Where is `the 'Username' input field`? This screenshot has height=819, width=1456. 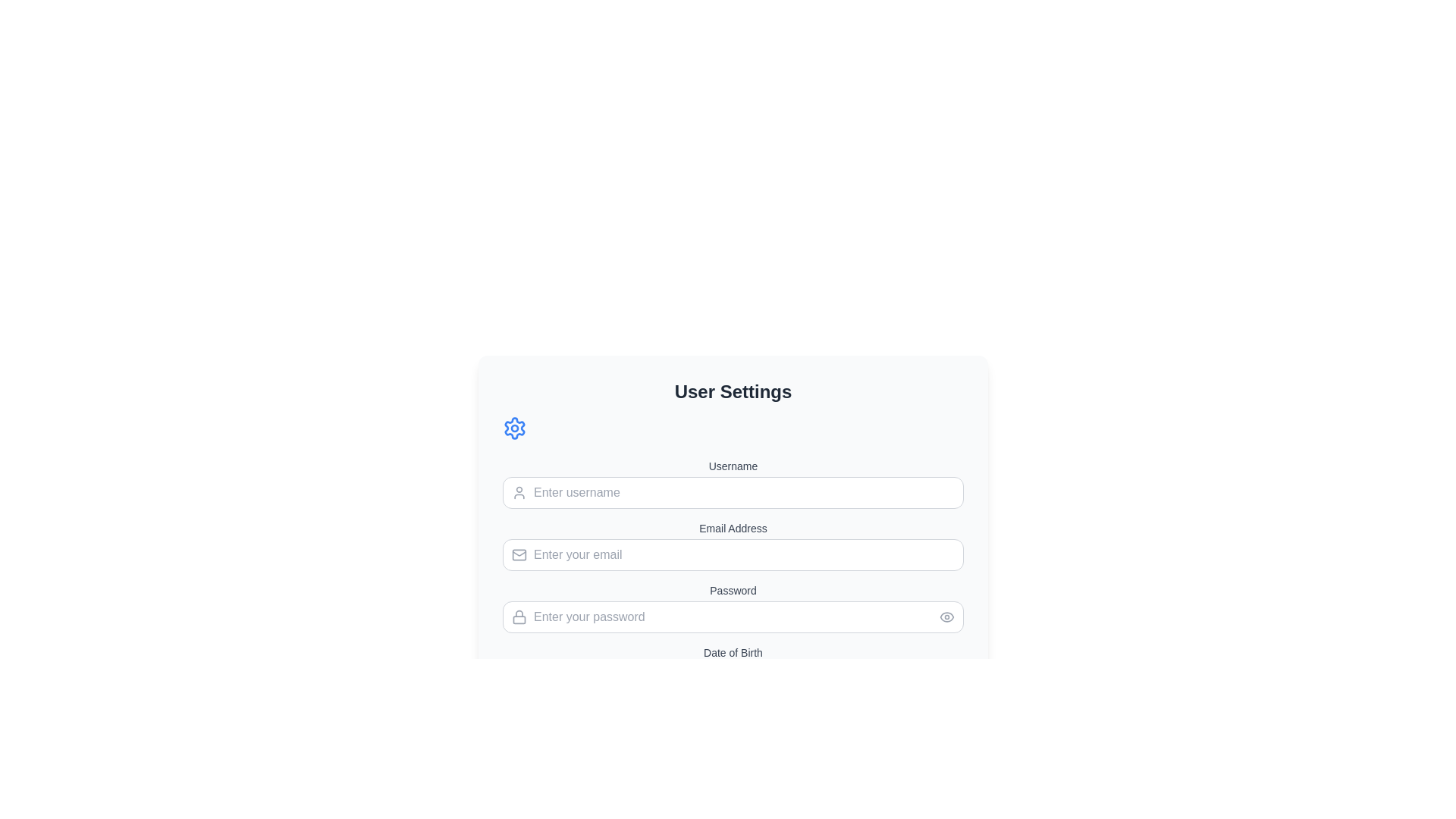 the 'Username' input field is located at coordinates (733, 483).